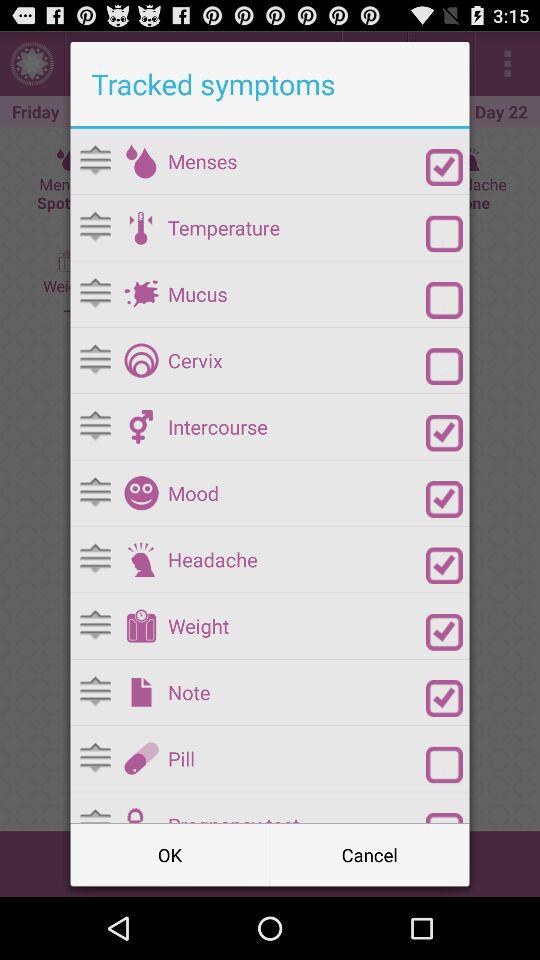 The width and height of the screenshot is (540, 960). What do you see at coordinates (444, 698) in the screenshot?
I see `selcet` at bounding box center [444, 698].